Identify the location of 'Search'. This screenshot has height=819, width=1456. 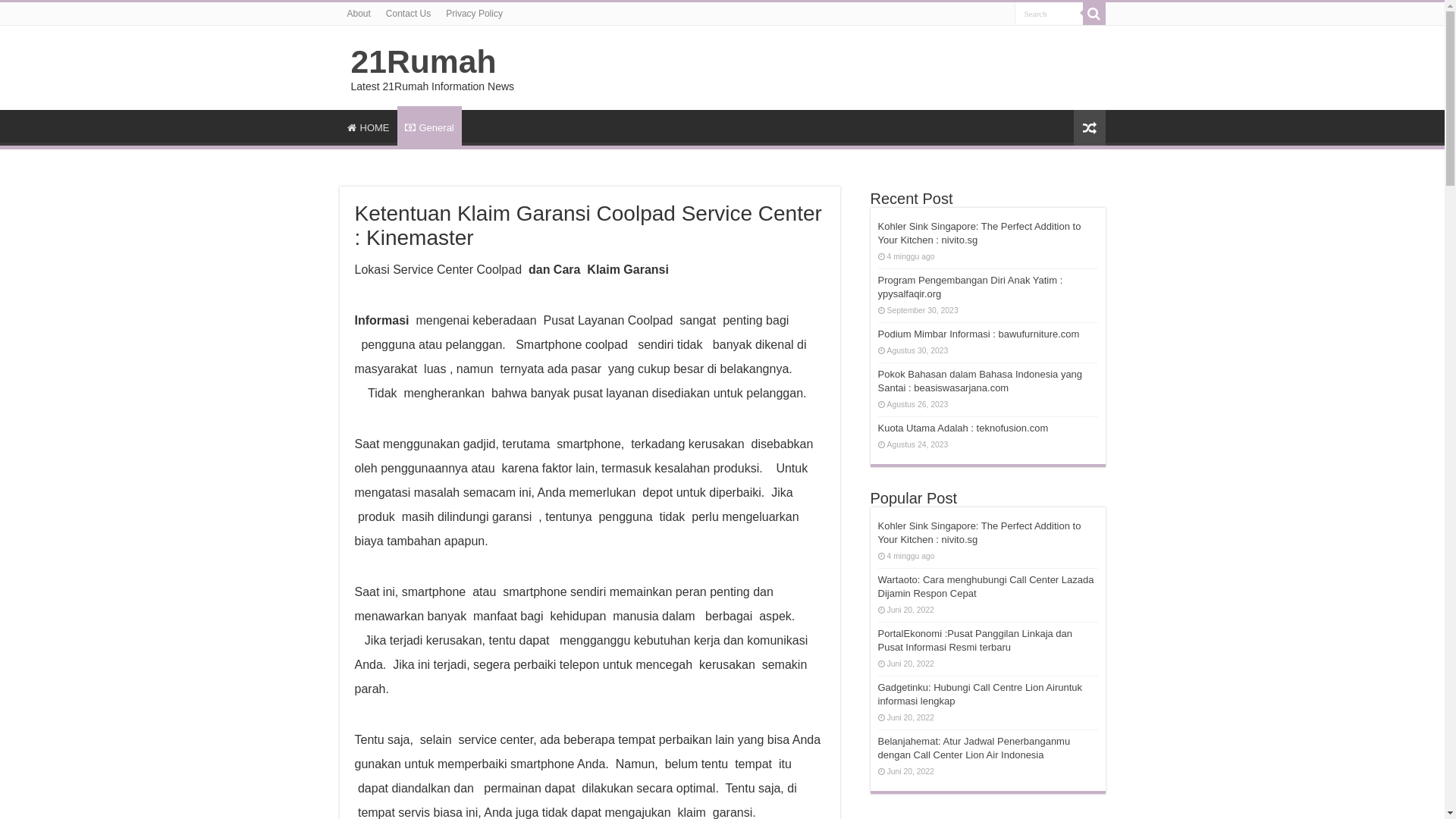
(1047, 13).